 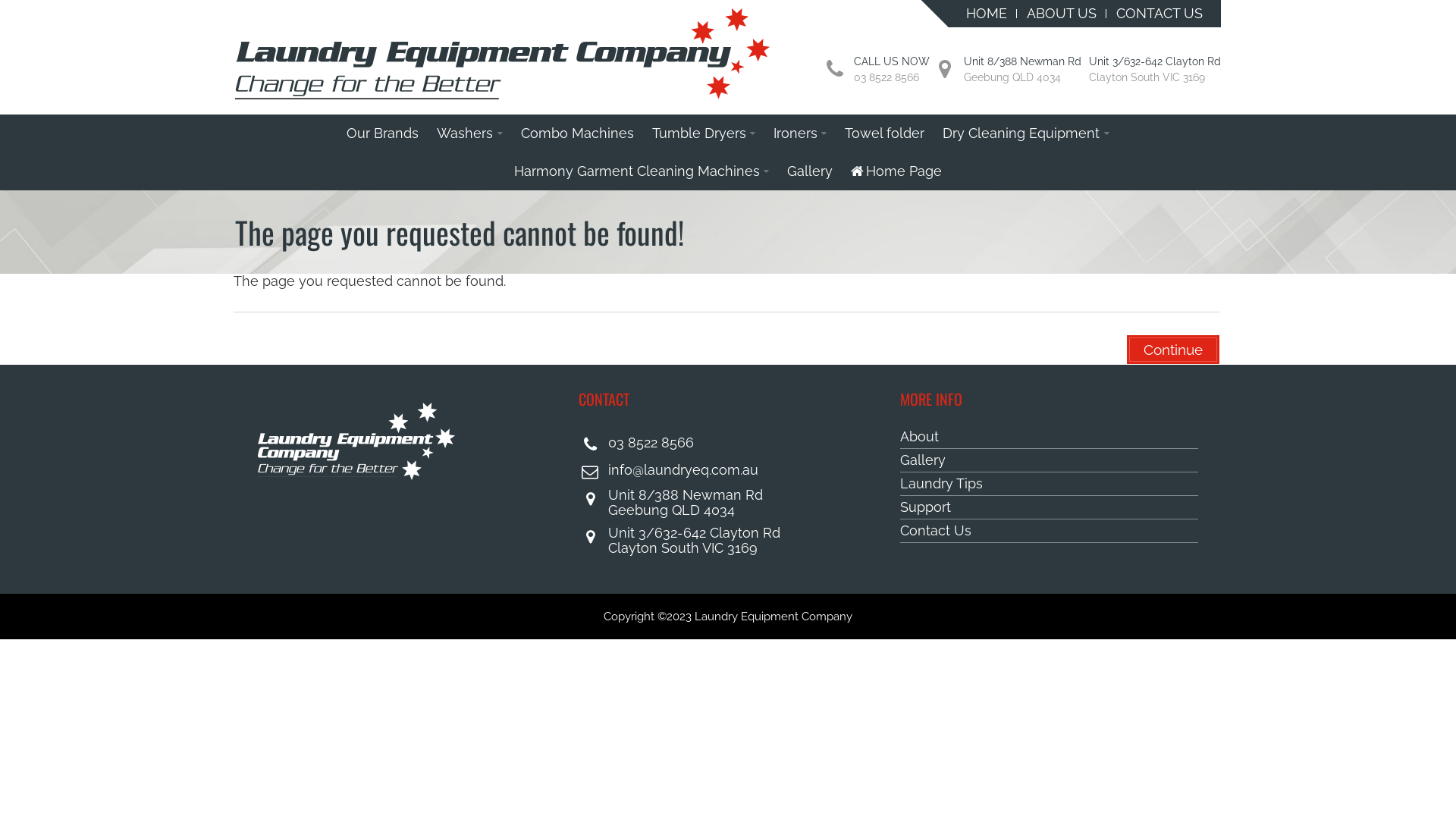 I want to click on 'Ironers', so click(x=764, y=133).